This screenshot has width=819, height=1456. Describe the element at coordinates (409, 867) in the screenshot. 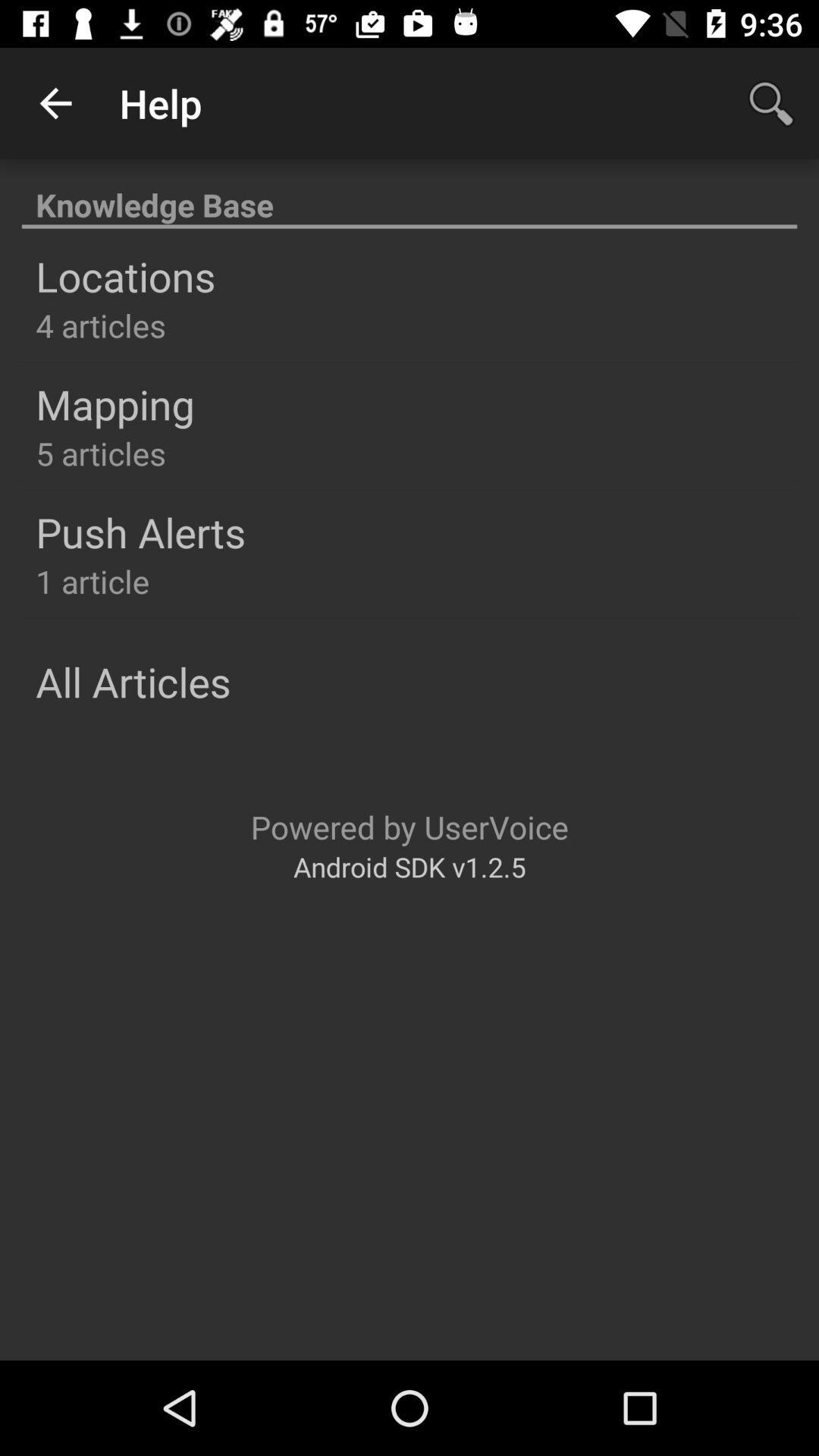

I see `icon below powered by uservoice icon` at that location.